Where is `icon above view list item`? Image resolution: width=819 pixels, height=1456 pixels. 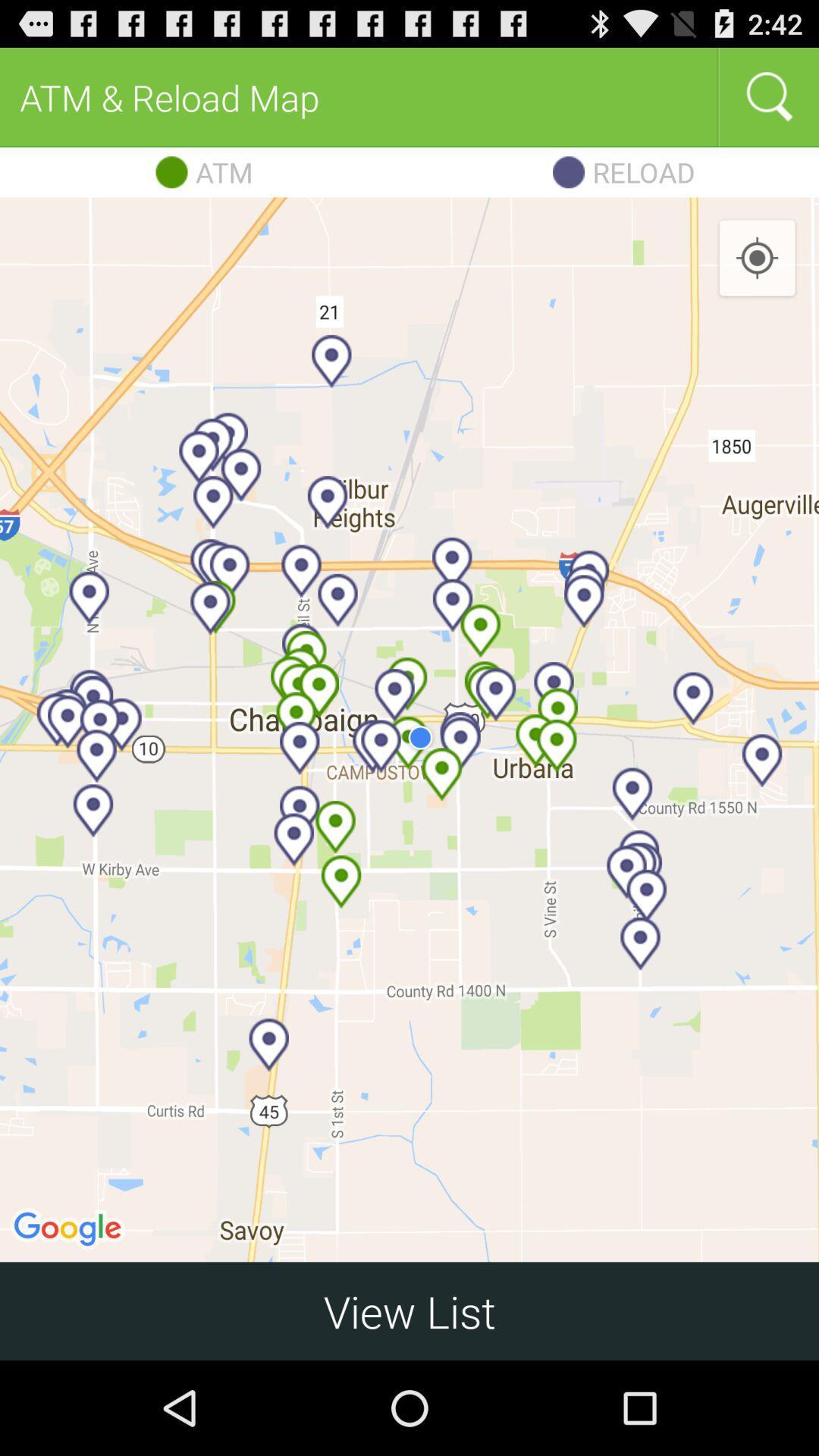
icon above view list item is located at coordinates (409, 730).